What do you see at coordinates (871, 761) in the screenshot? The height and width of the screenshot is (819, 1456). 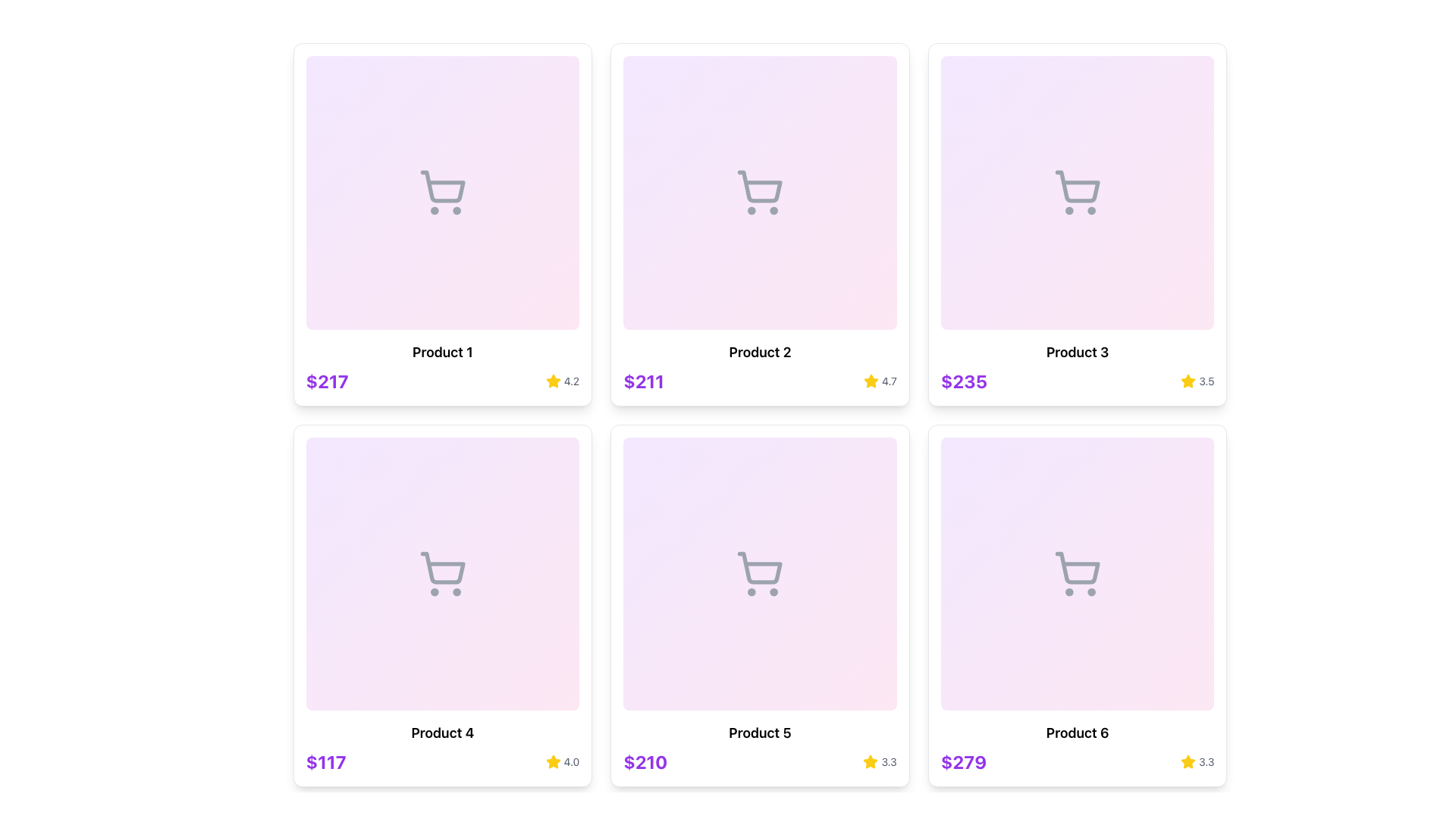 I see `the interactive small yellow star icon located in the bottom-right corner of the 'Product 5' card, adjacent to the rating value of '3.3'` at bounding box center [871, 761].